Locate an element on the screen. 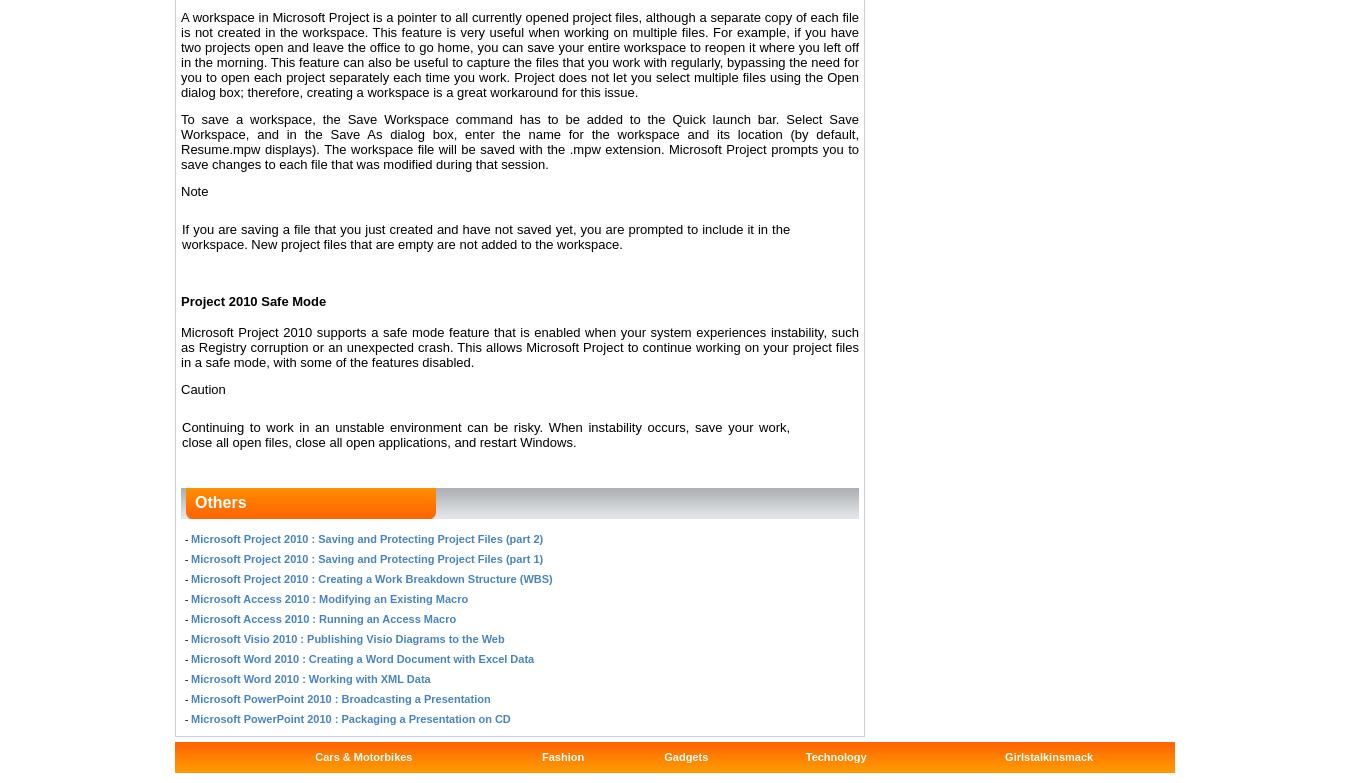  'Microsoft Project 2010 supports a
safe mode feature that is enabled when your system experiences
instability, such as Registry corruption or an unexpected crash. This
allows Microsoft Project to continue working on your project files in a
safe mode, with some of the features disabled.' is located at coordinates (181, 346).